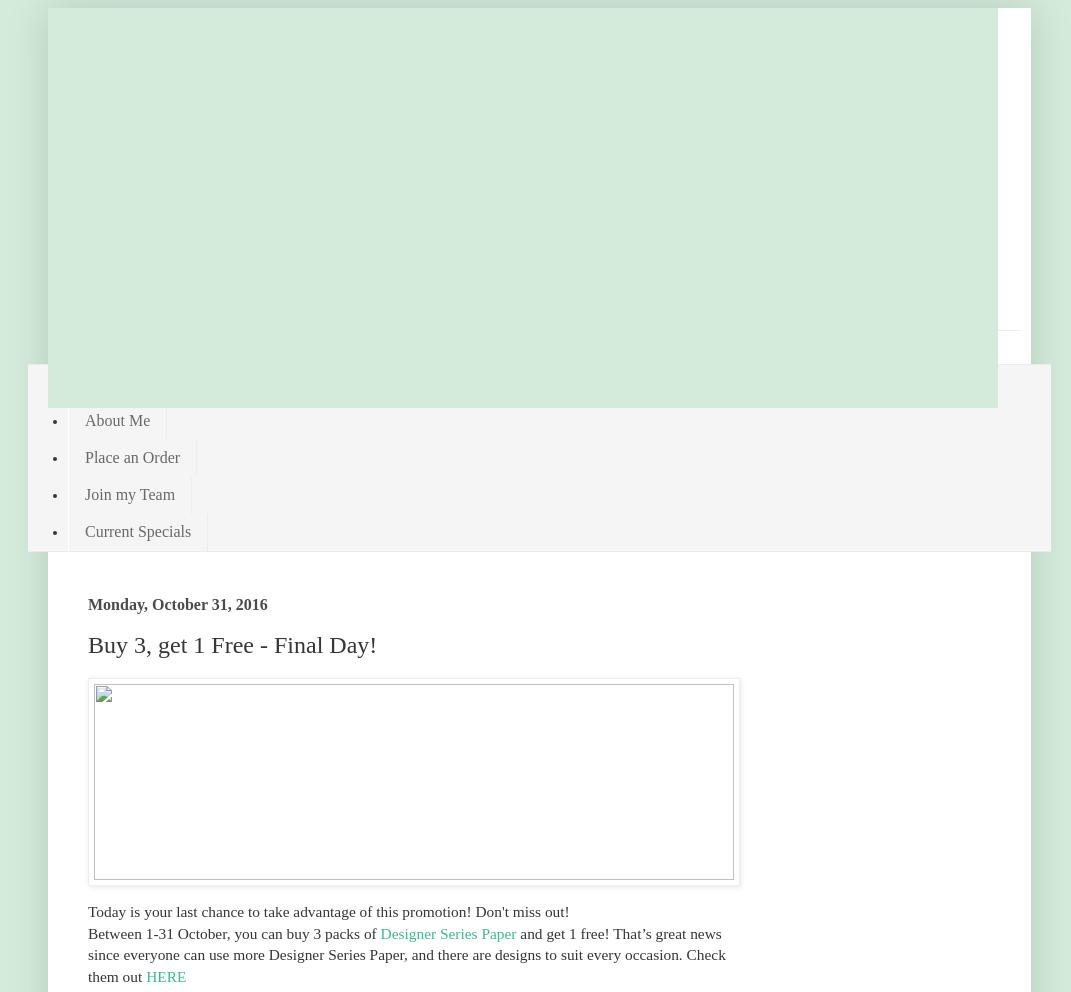 This screenshot has width=1071, height=992. Describe the element at coordinates (76, 338) in the screenshot. I see `'Pages'` at that location.